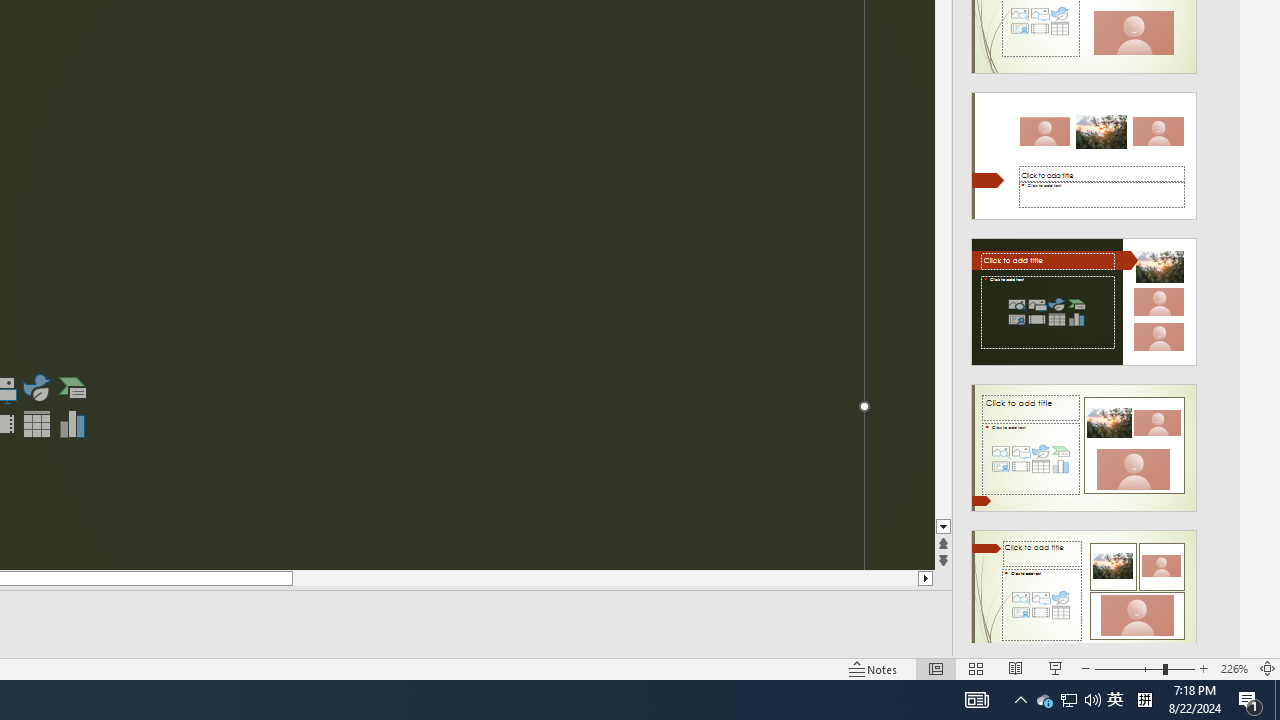  I want to click on 'Zoom 226%', so click(1233, 669).